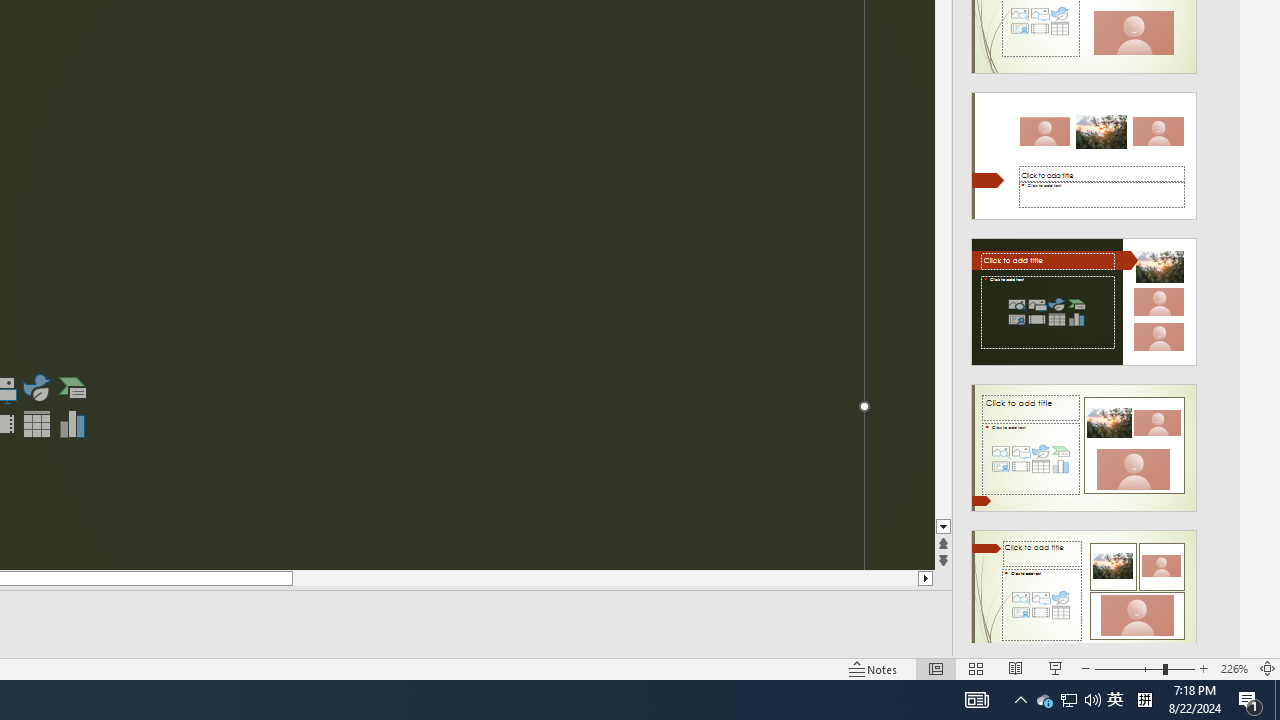  I want to click on 'Zoom 226%', so click(1233, 669).